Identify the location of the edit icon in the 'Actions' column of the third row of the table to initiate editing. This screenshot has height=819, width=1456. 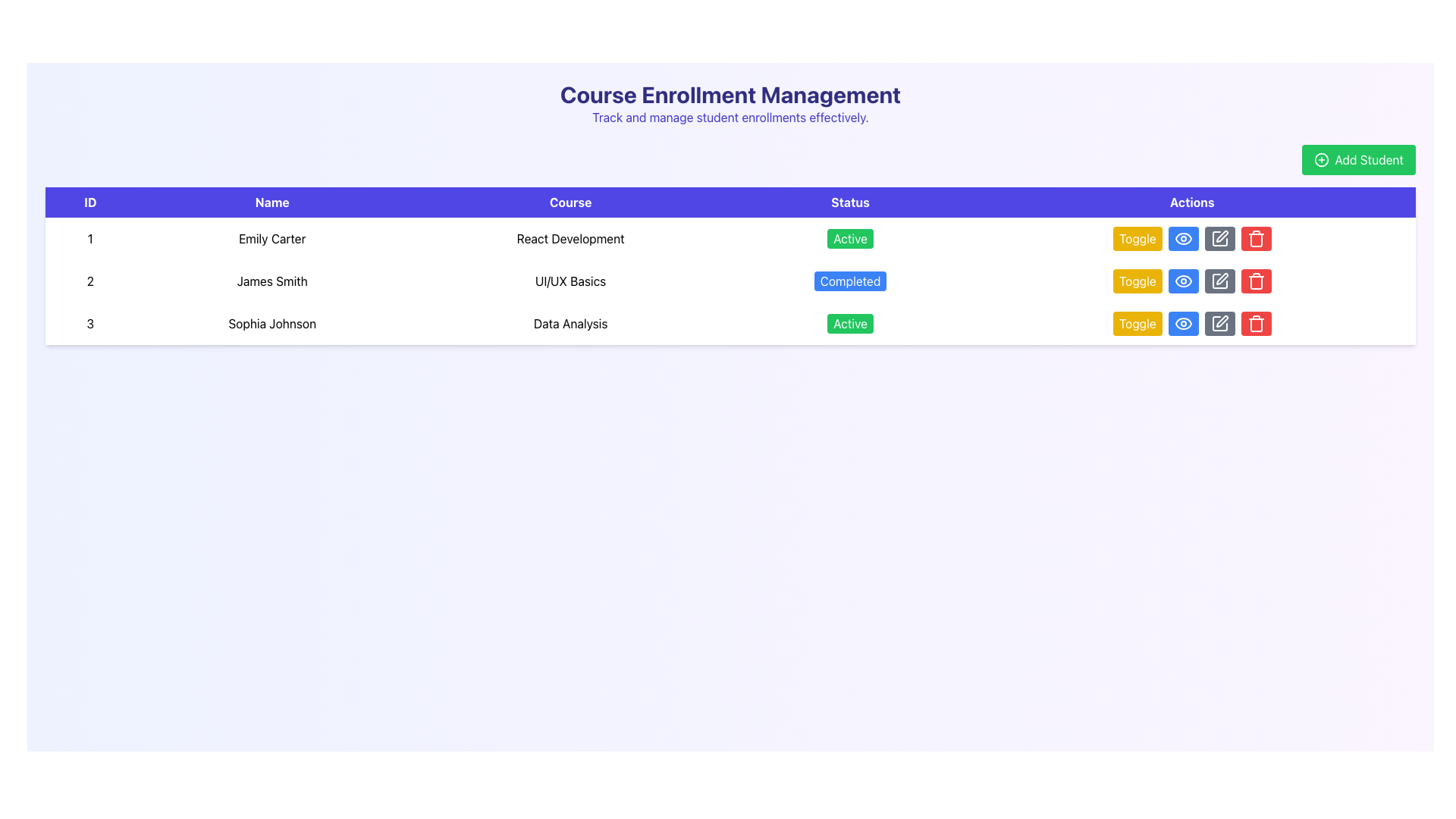
(1219, 239).